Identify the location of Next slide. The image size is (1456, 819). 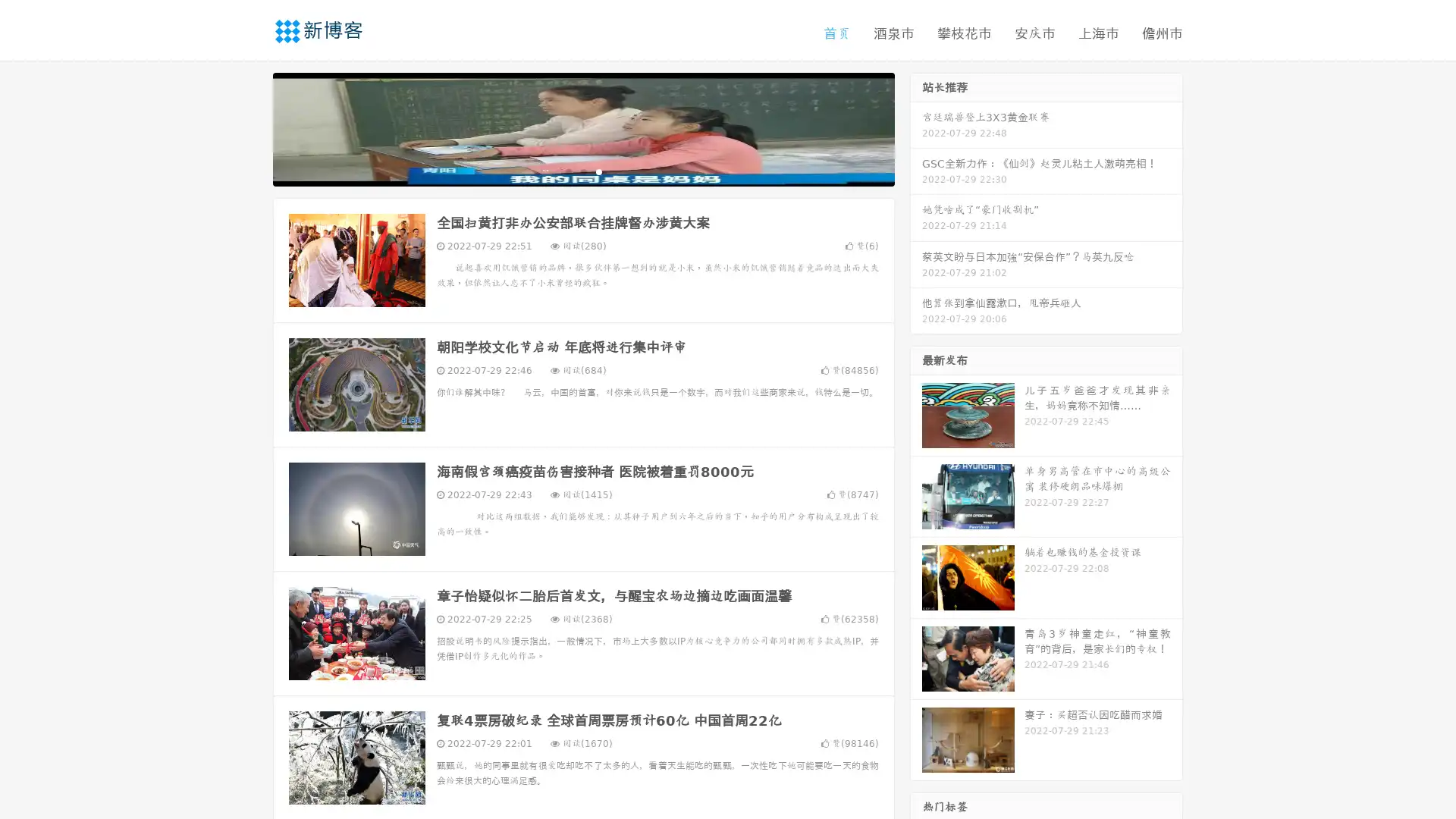
(916, 127).